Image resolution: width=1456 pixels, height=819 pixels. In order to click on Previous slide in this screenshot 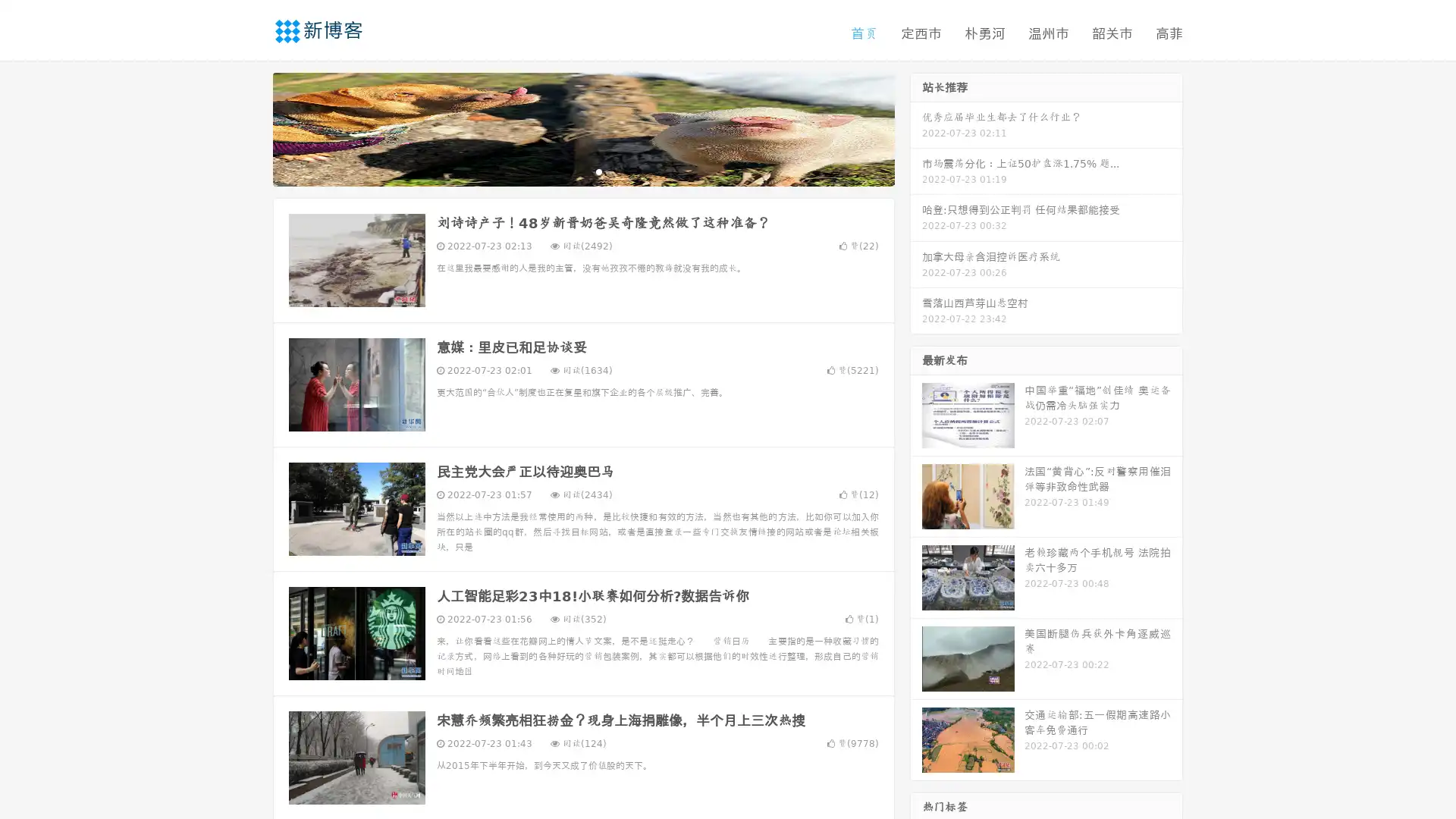, I will do `click(250, 127)`.